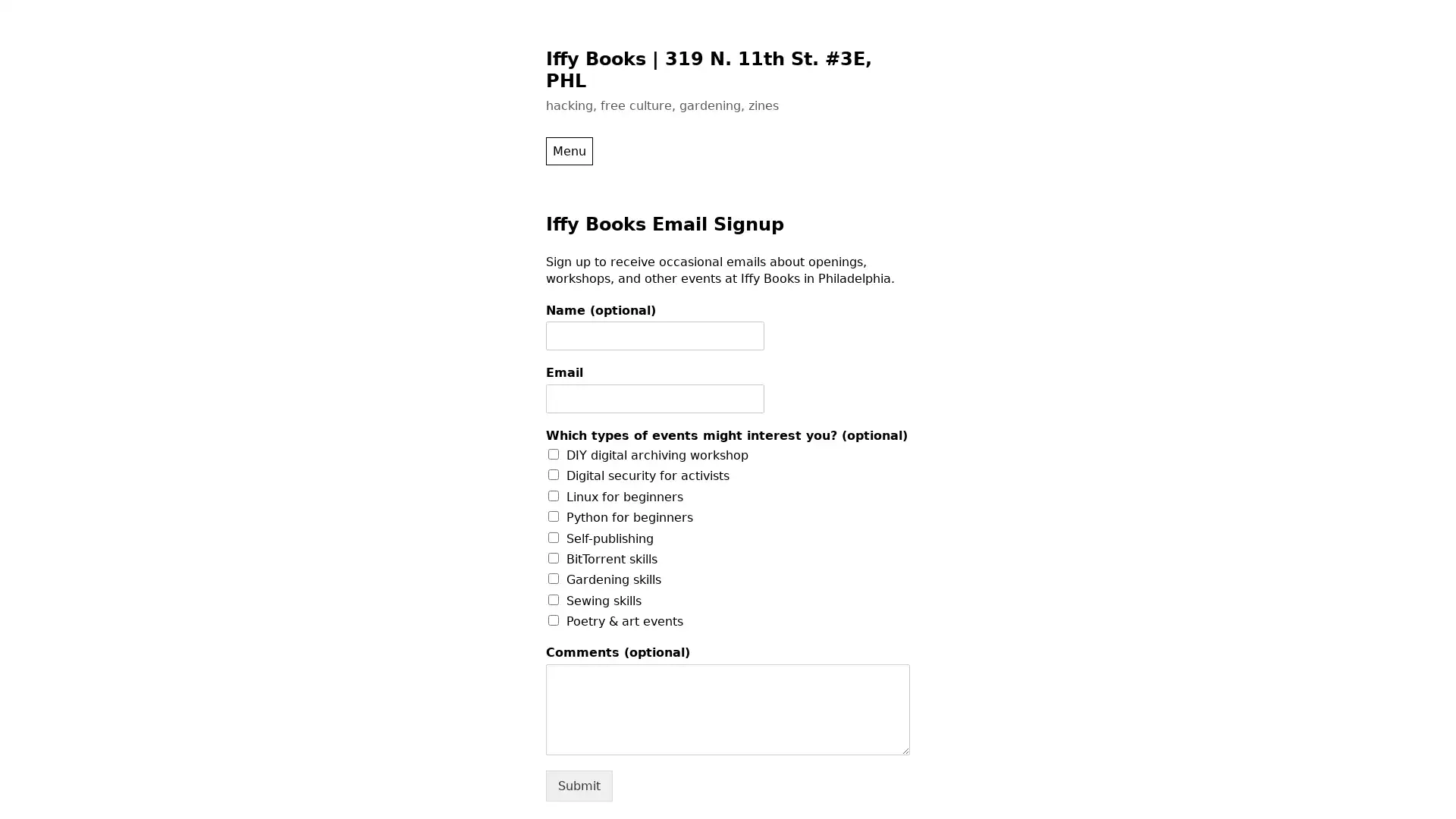 The width and height of the screenshot is (1456, 819). Describe the element at coordinates (578, 785) in the screenshot. I see `Submit` at that location.